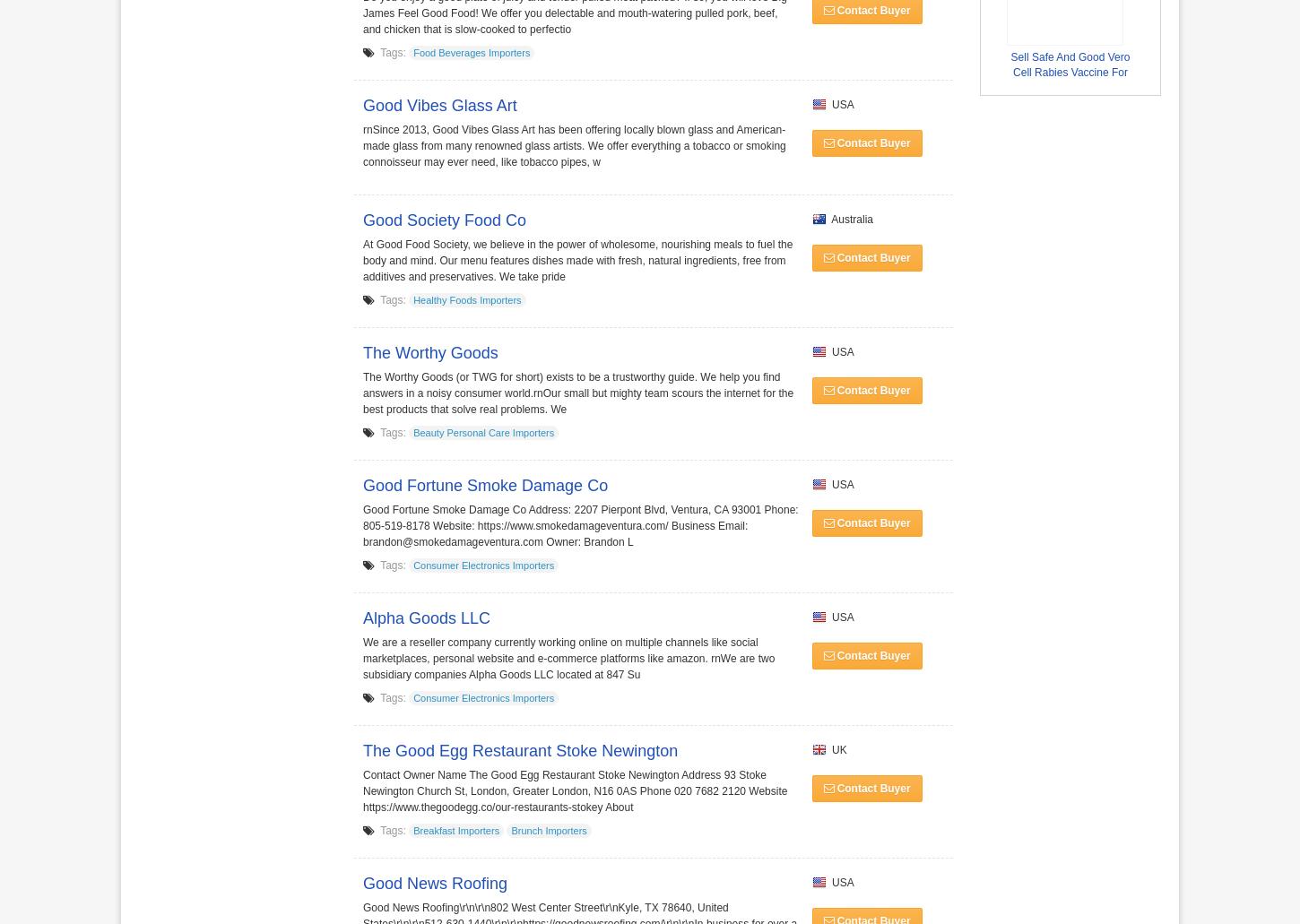 The width and height of the screenshot is (1300, 924). Describe the element at coordinates (574, 791) in the screenshot. I see `'Contact
Owner Name
The Good Egg Restaurant Stoke Newington
Address
93 Stoke Newington Church St, London, Greater London, N16 0AS
Phone
020 7682 2120
Website
https://www.thegoodegg.co/our-restaurants-stokey
About'` at that location.